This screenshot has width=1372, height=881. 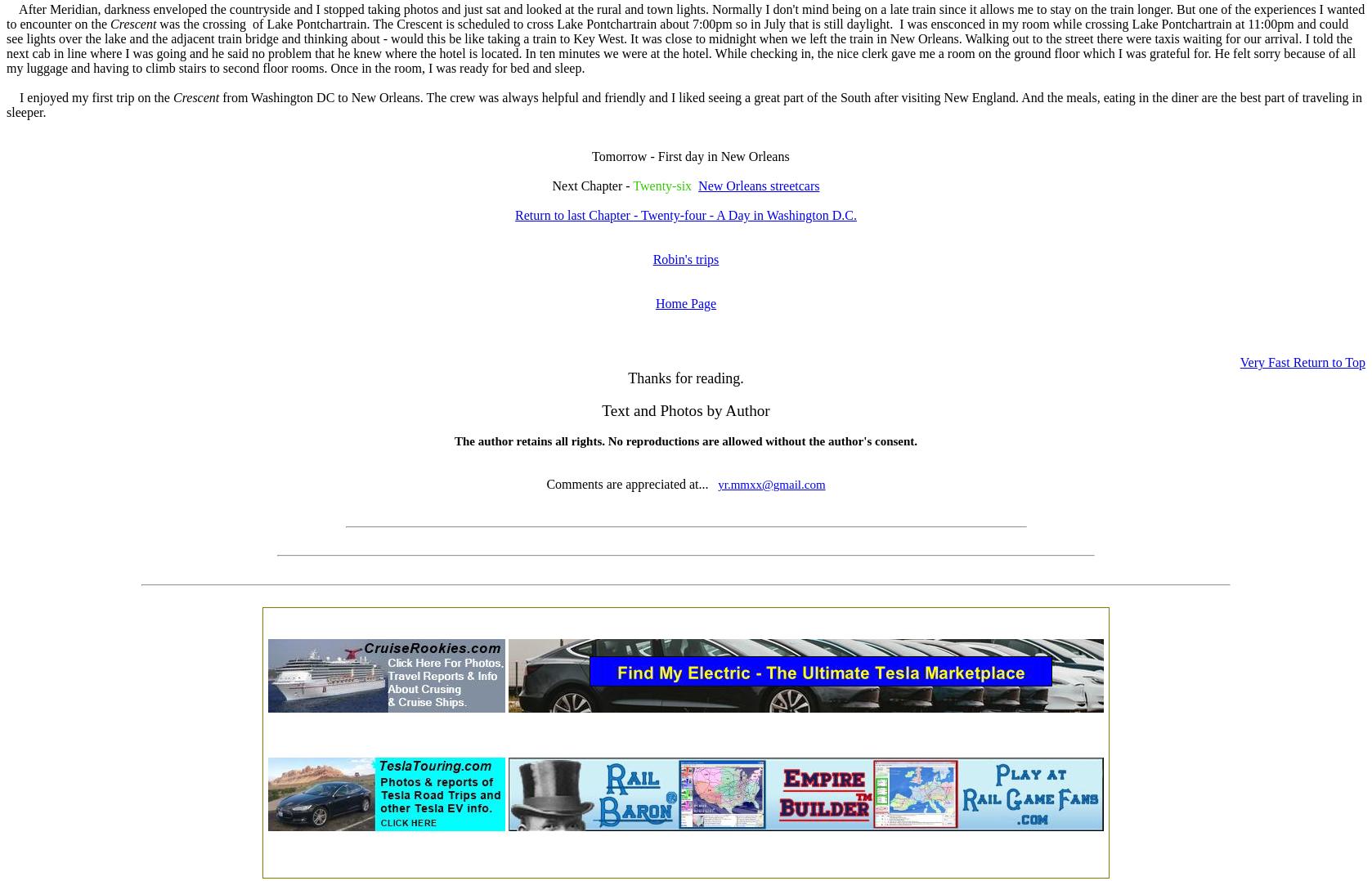 I want to click on 'Next Chapter -', so click(x=591, y=186).